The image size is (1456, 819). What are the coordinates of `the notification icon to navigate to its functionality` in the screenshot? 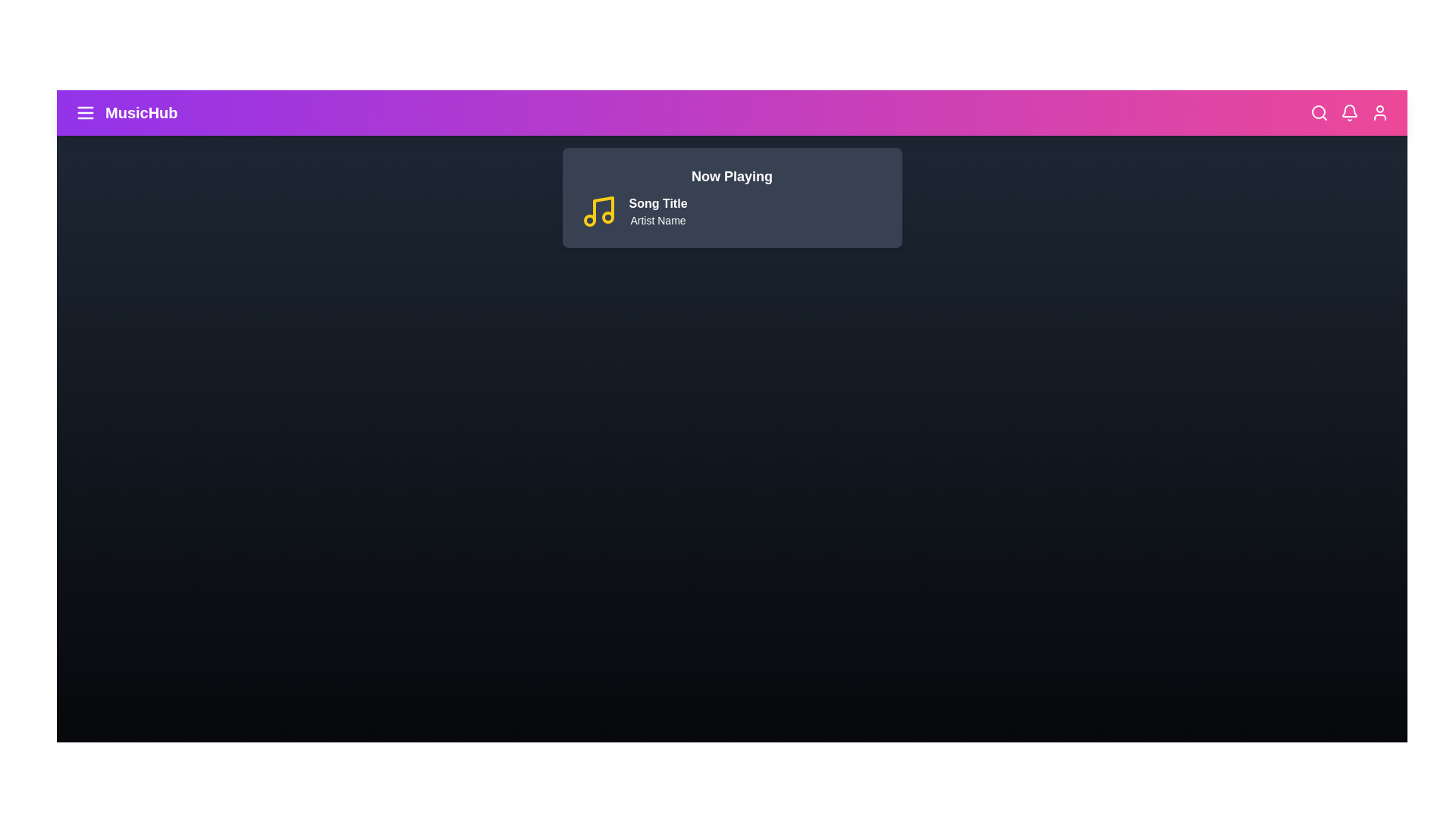 It's located at (1350, 112).